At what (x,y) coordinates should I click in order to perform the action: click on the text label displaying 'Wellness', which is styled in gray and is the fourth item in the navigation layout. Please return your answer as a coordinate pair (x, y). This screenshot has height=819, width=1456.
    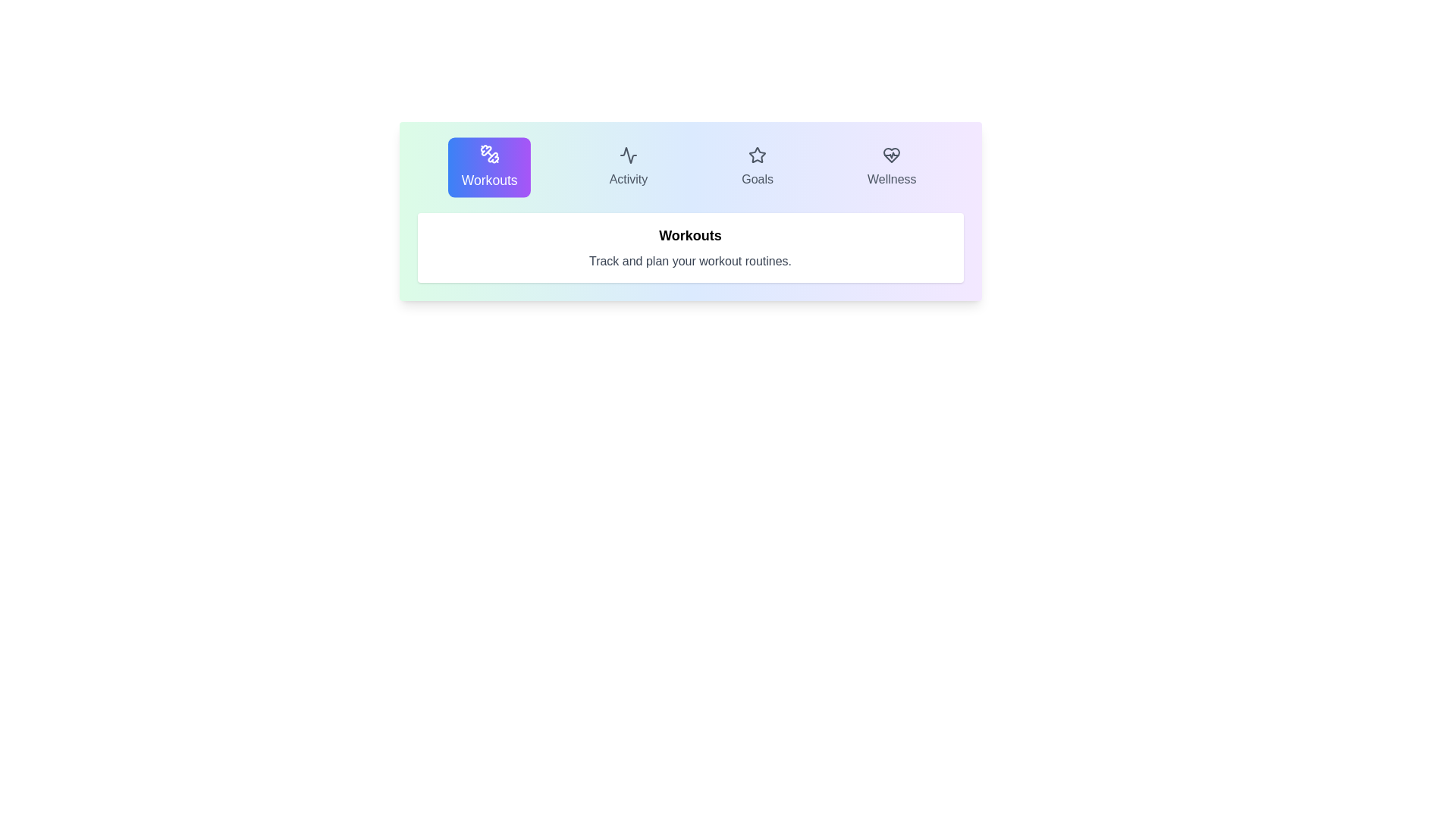
    Looking at the image, I should click on (892, 178).